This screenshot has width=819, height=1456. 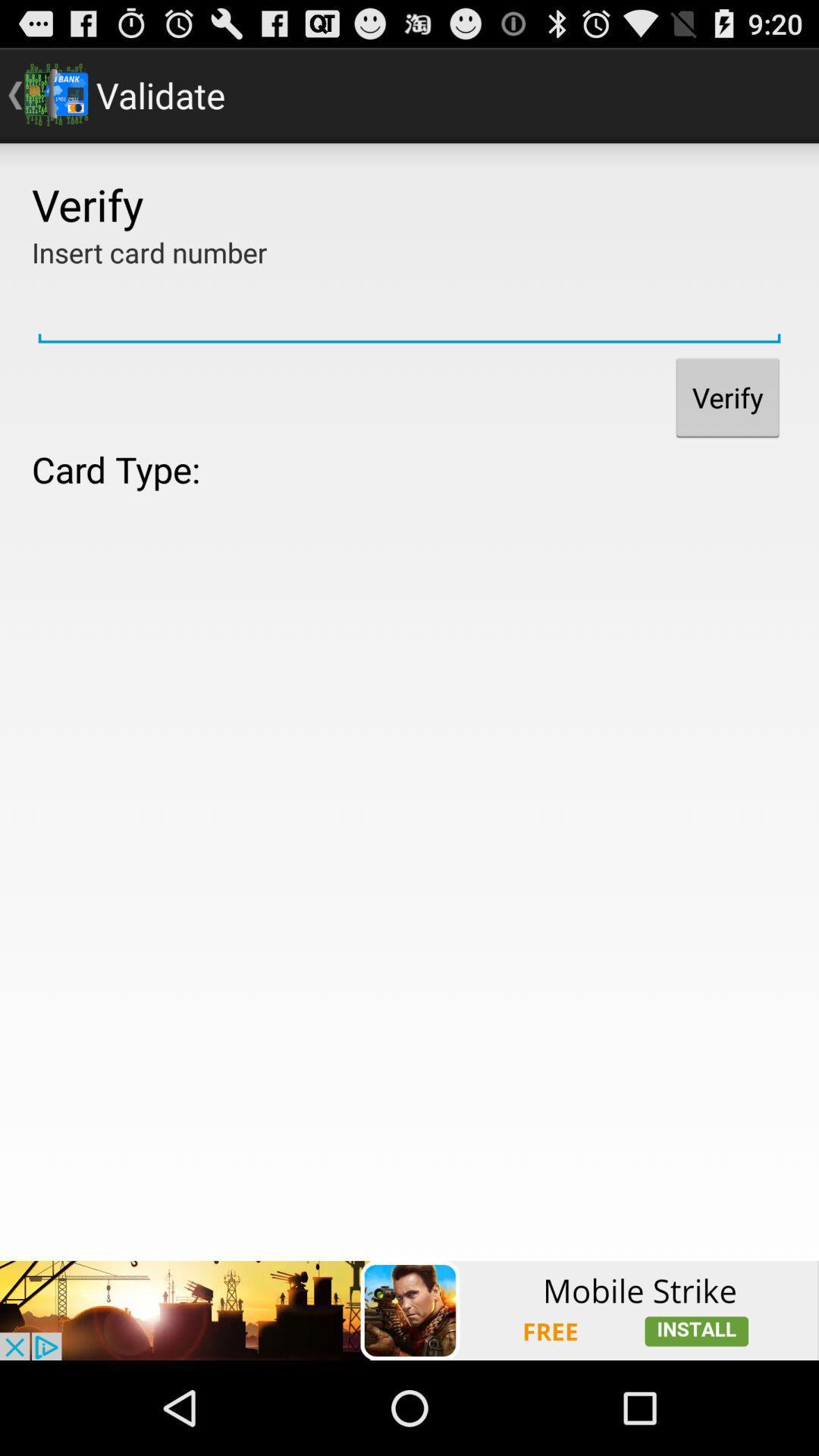 I want to click on input card number, so click(x=409, y=309).